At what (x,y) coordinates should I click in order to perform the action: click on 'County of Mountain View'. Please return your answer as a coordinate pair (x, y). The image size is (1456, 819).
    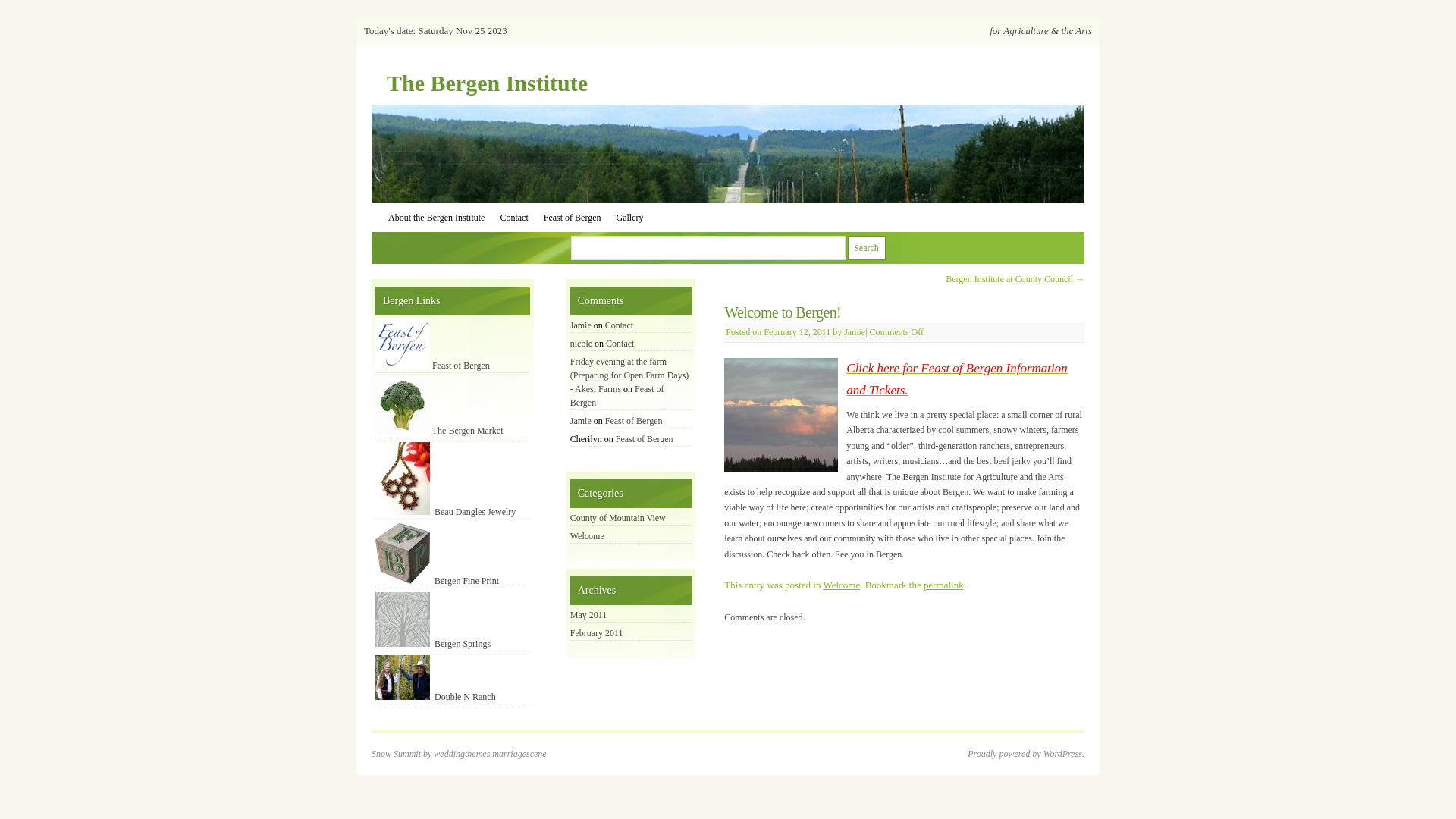
    Looking at the image, I should click on (618, 516).